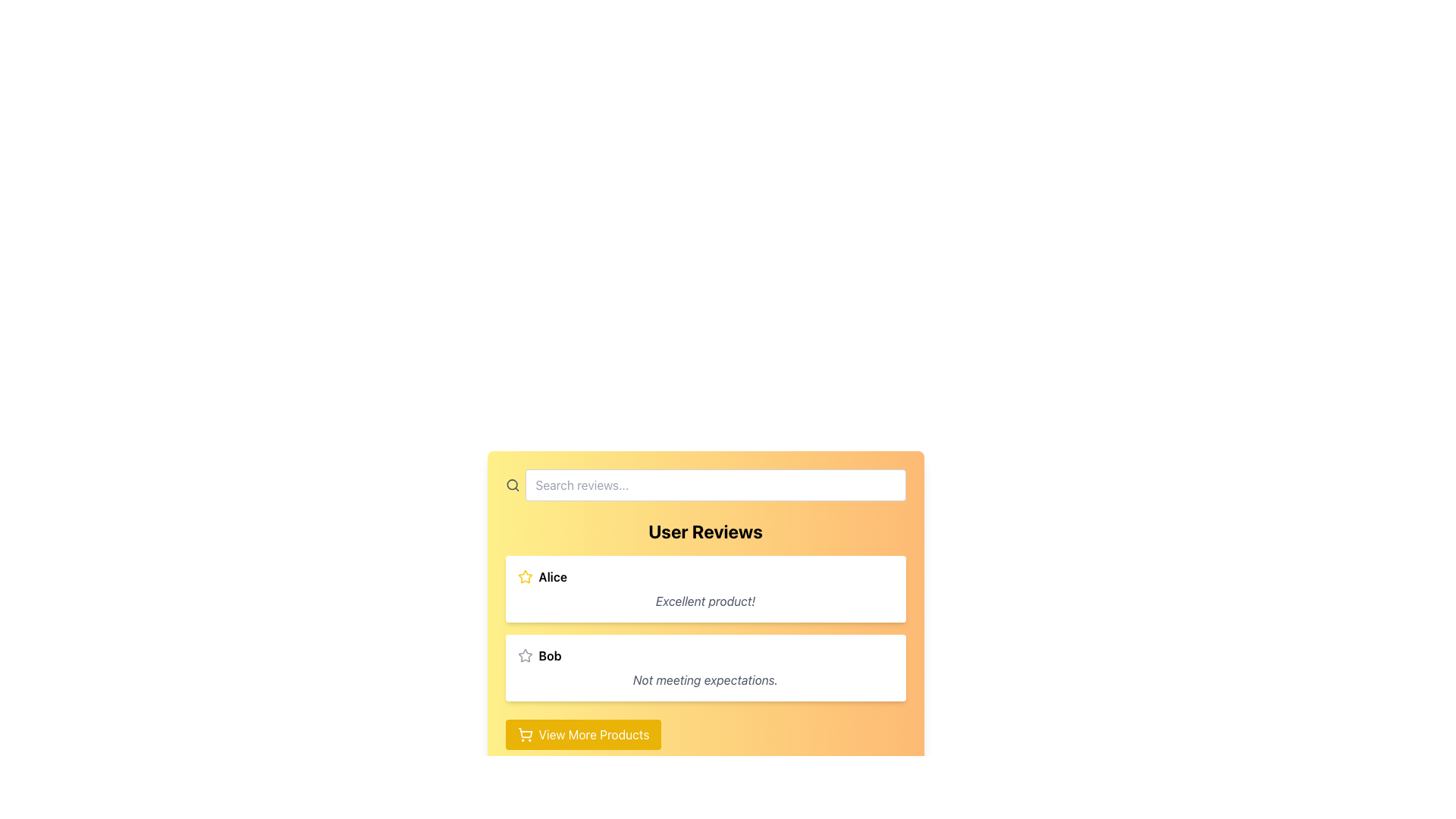 This screenshot has height=819, width=1456. What do you see at coordinates (582, 733) in the screenshot?
I see `the navigation button located at the bottom of the user reviews section` at bounding box center [582, 733].